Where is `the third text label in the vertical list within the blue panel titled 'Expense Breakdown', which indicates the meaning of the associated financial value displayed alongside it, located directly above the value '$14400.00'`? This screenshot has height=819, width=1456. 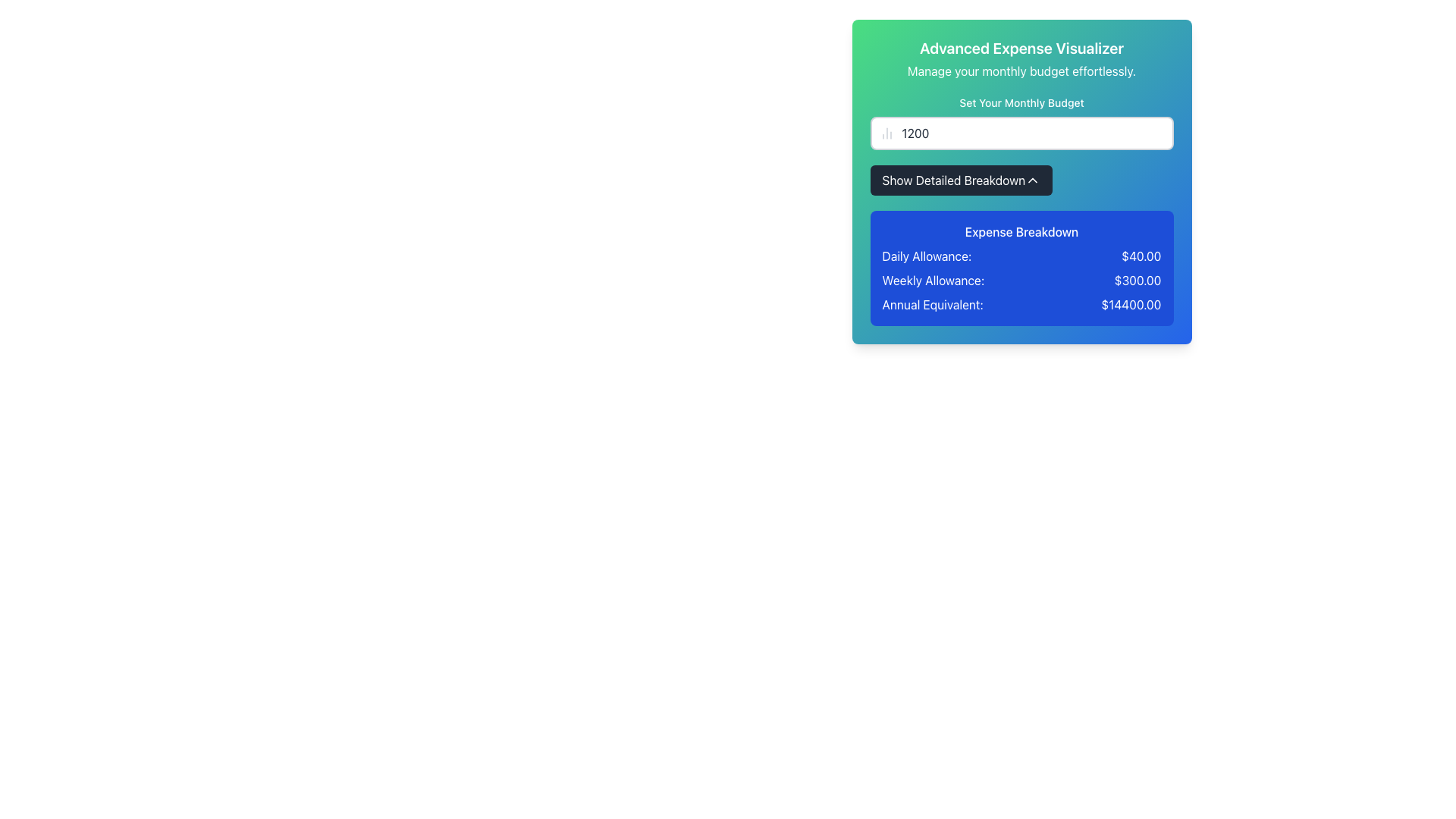 the third text label in the vertical list within the blue panel titled 'Expense Breakdown', which indicates the meaning of the associated financial value displayed alongside it, located directly above the value '$14400.00' is located at coordinates (932, 304).